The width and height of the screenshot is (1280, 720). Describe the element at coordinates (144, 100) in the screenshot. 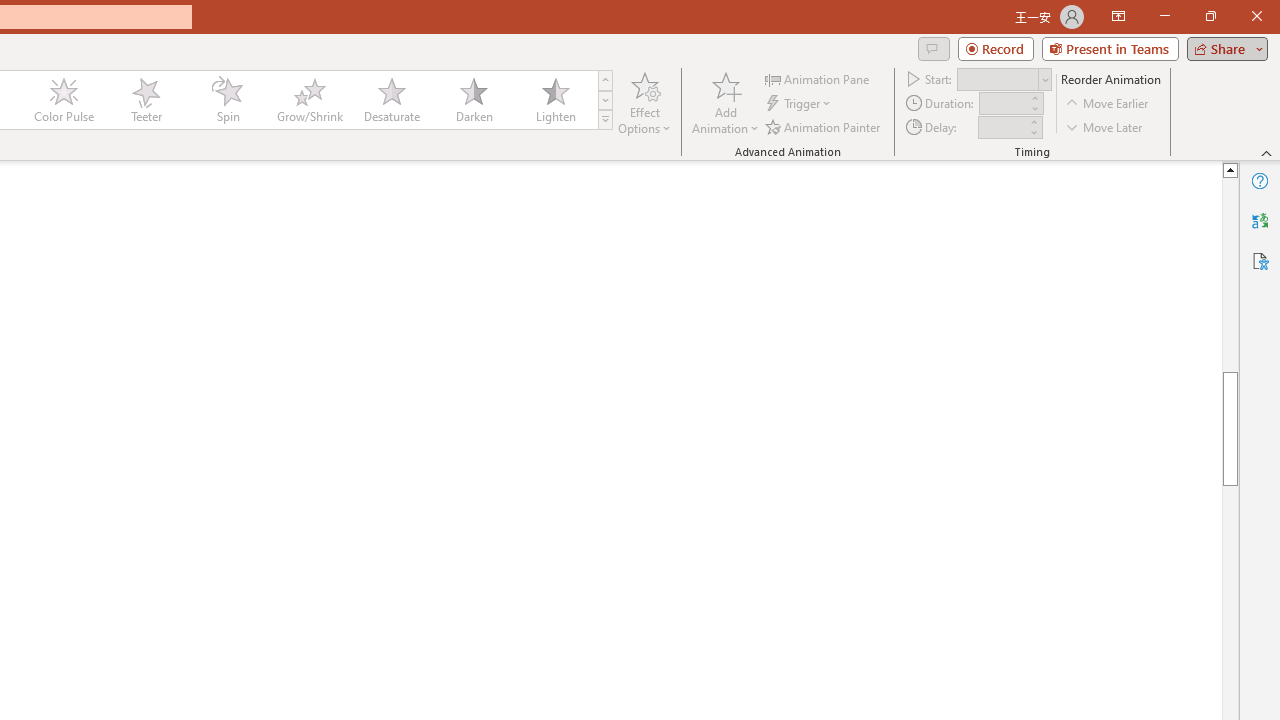

I see `'Teeter'` at that location.